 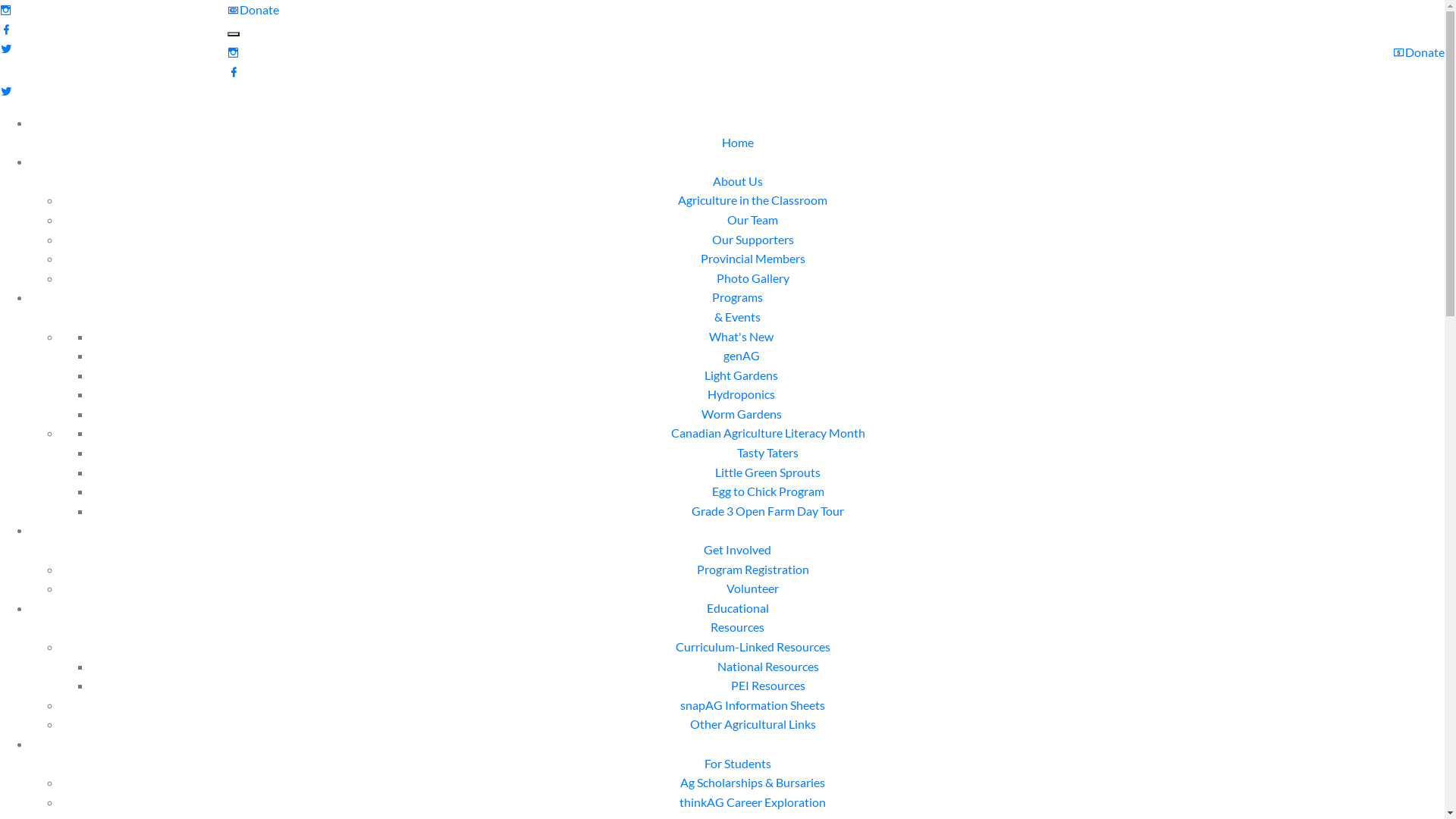 I want to click on 'Donate', so click(x=253, y=9).